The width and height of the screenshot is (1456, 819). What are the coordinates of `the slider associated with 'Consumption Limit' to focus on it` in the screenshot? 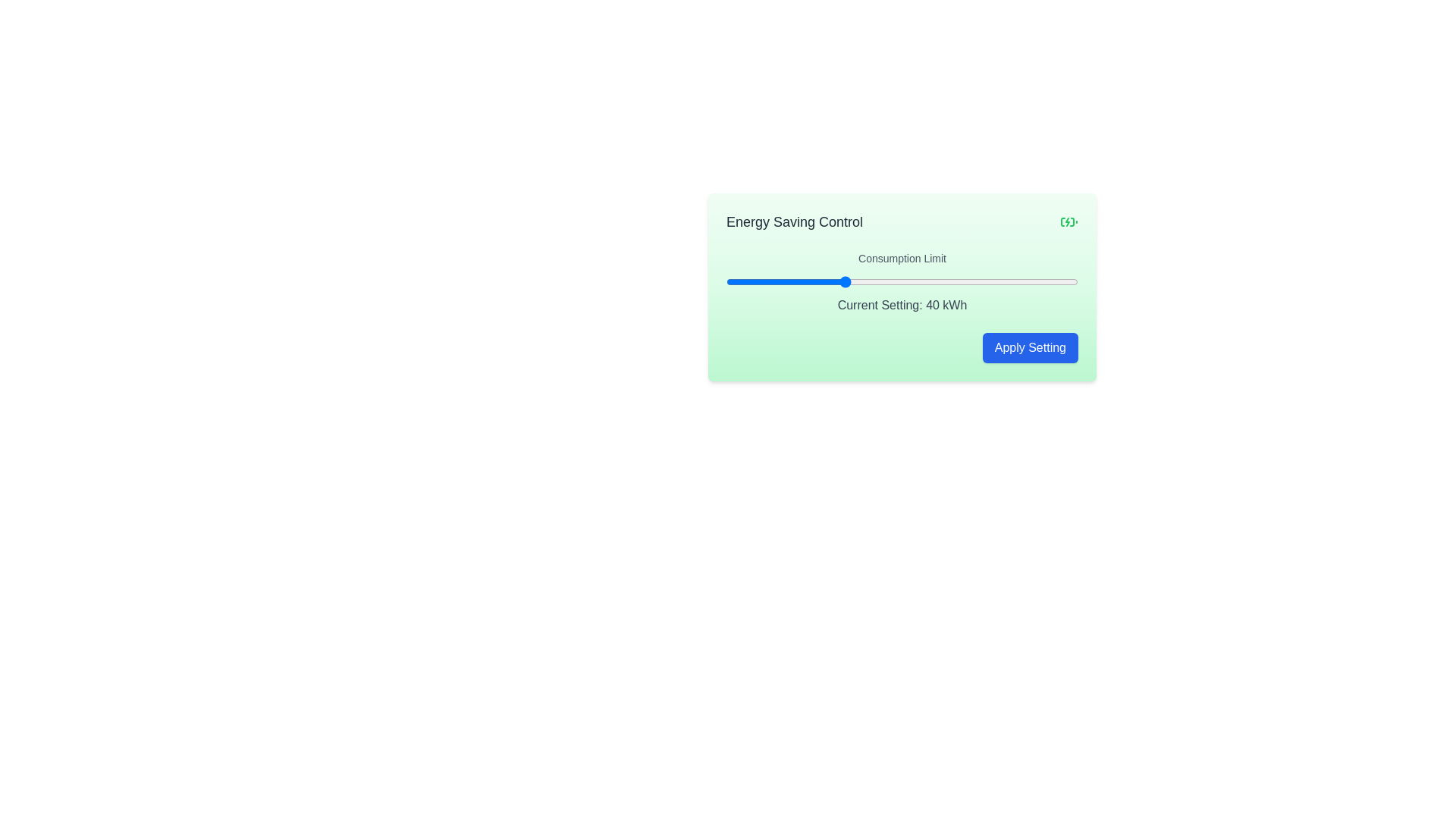 It's located at (902, 281).